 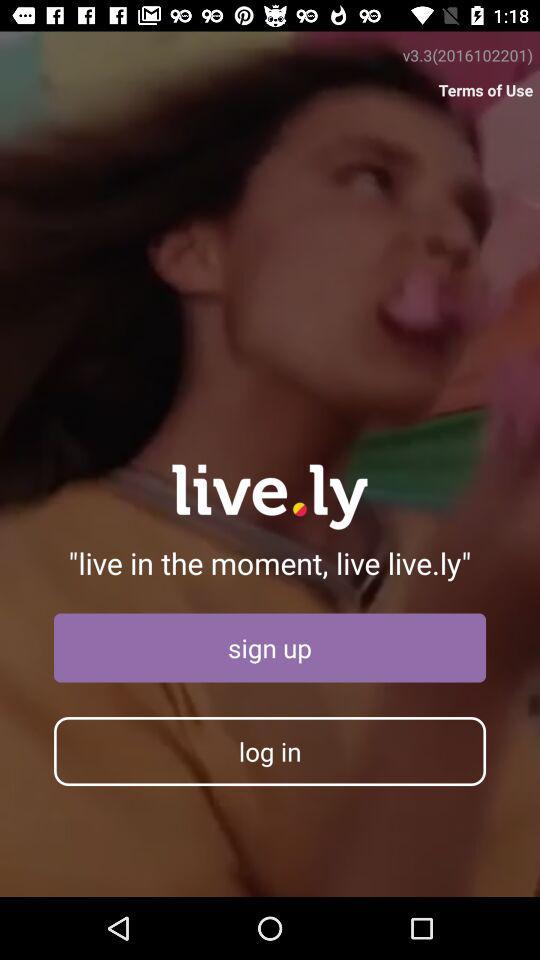 What do you see at coordinates (270, 647) in the screenshot?
I see `app below the live in the icon` at bounding box center [270, 647].